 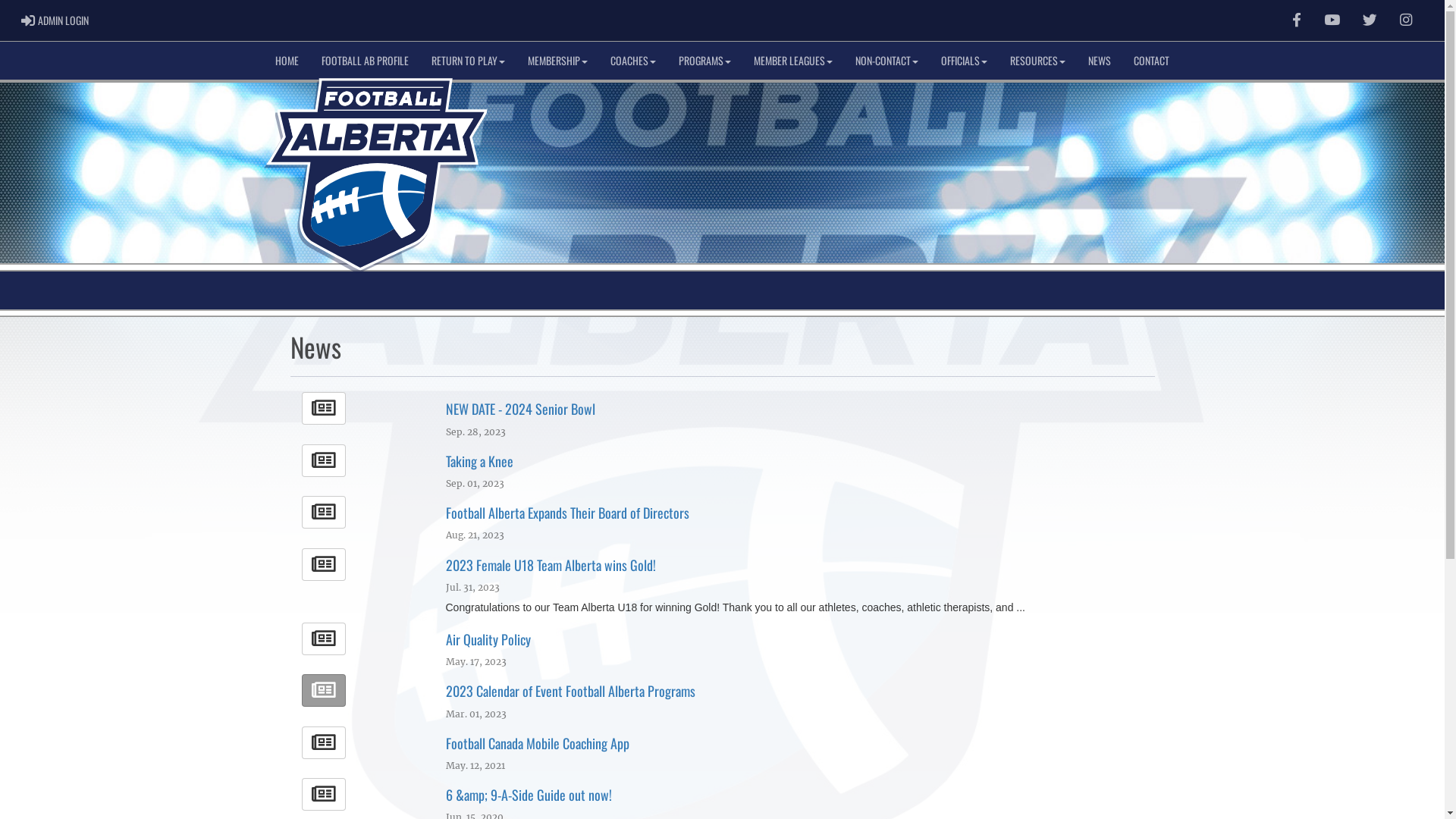 What do you see at coordinates (538, 742) in the screenshot?
I see `'Football Canada Mobile Coaching App'` at bounding box center [538, 742].